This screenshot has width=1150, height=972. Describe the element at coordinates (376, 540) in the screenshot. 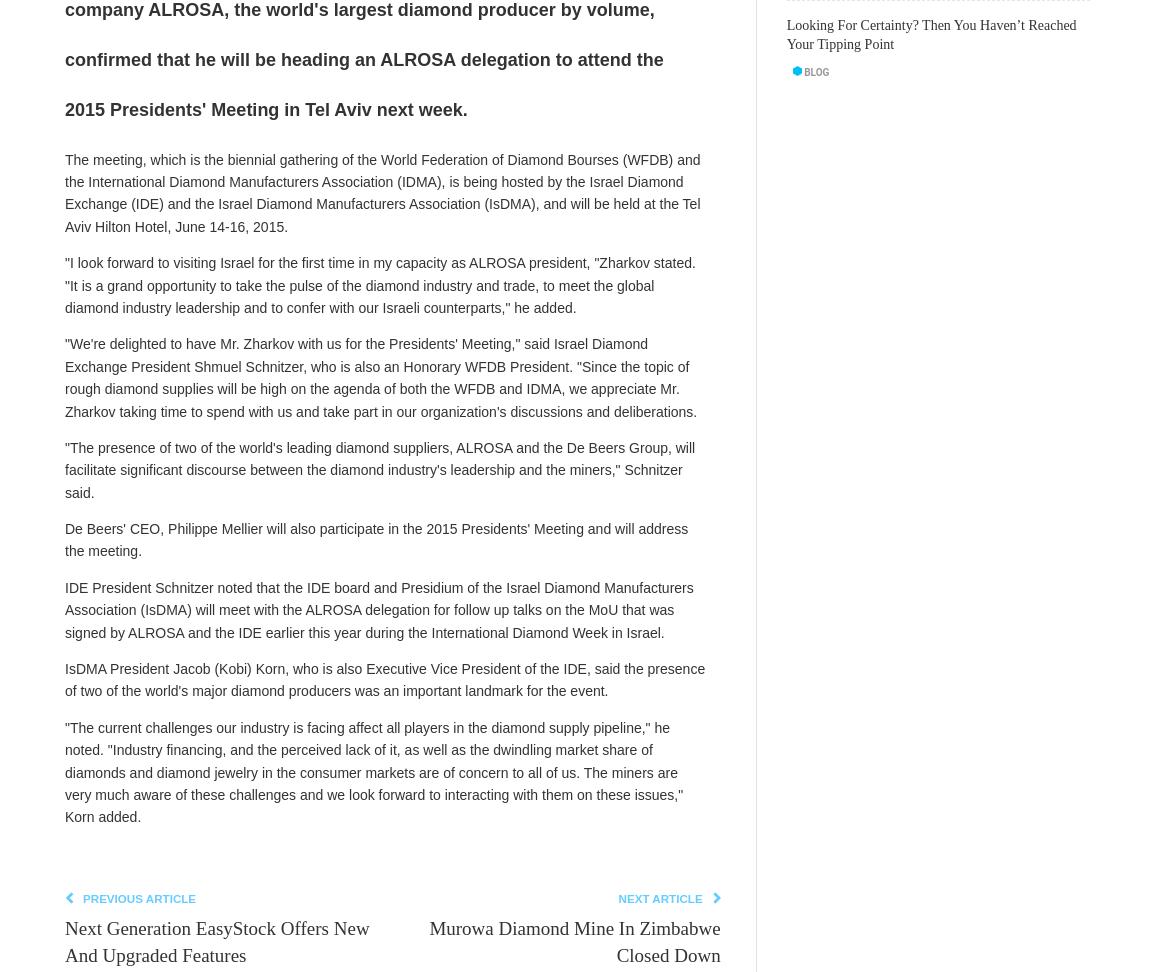

I see `'De Beers' CEO, Philippe Mellier will also participate in the 2015 Presidents' Meeting and will address the meeting.'` at that location.